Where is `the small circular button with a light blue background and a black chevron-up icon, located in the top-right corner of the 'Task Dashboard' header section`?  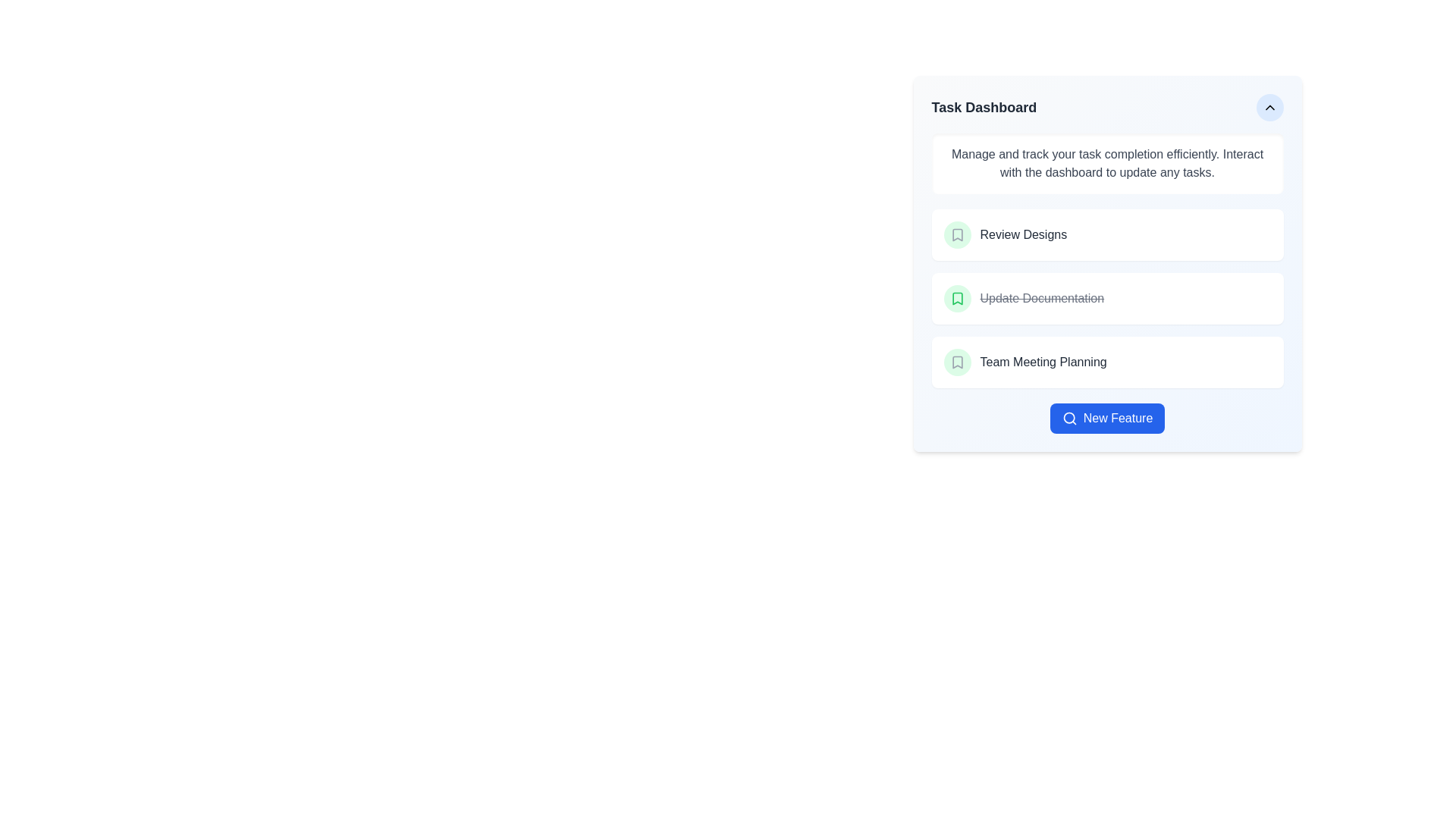
the small circular button with a light blue background and a black chevron-up icon, located in the top-right corner of the 'Task Dashboard' header section is located at coordinates (1269, 107).